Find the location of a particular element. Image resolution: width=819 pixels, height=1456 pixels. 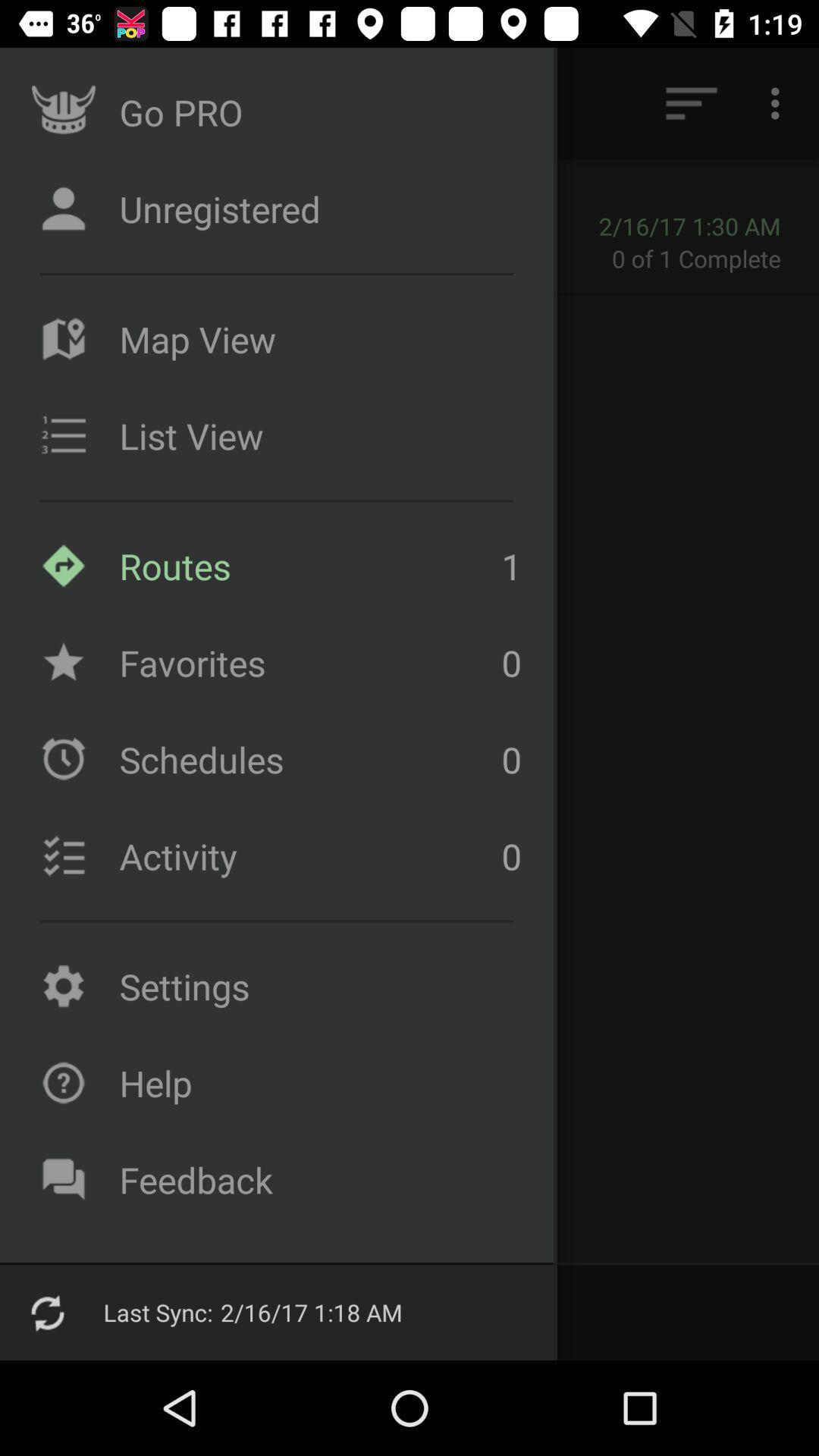

the feedback icon is located at coordinates (63, 1178).